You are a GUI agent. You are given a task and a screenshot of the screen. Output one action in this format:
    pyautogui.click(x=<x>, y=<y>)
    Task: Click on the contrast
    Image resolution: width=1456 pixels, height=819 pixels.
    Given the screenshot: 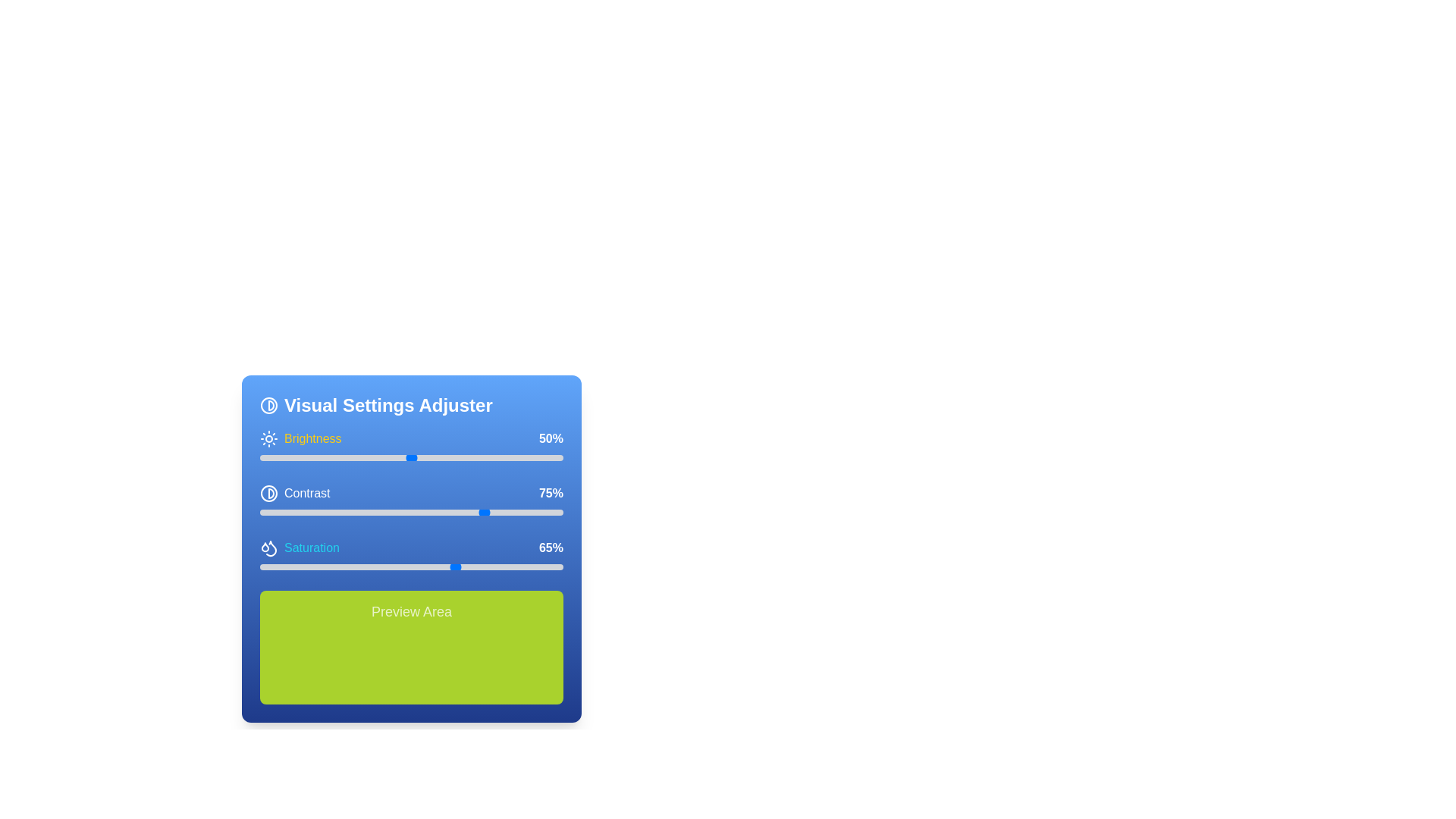 What is the action you would take?
    pyautogui.click(x=415, y=512)
    